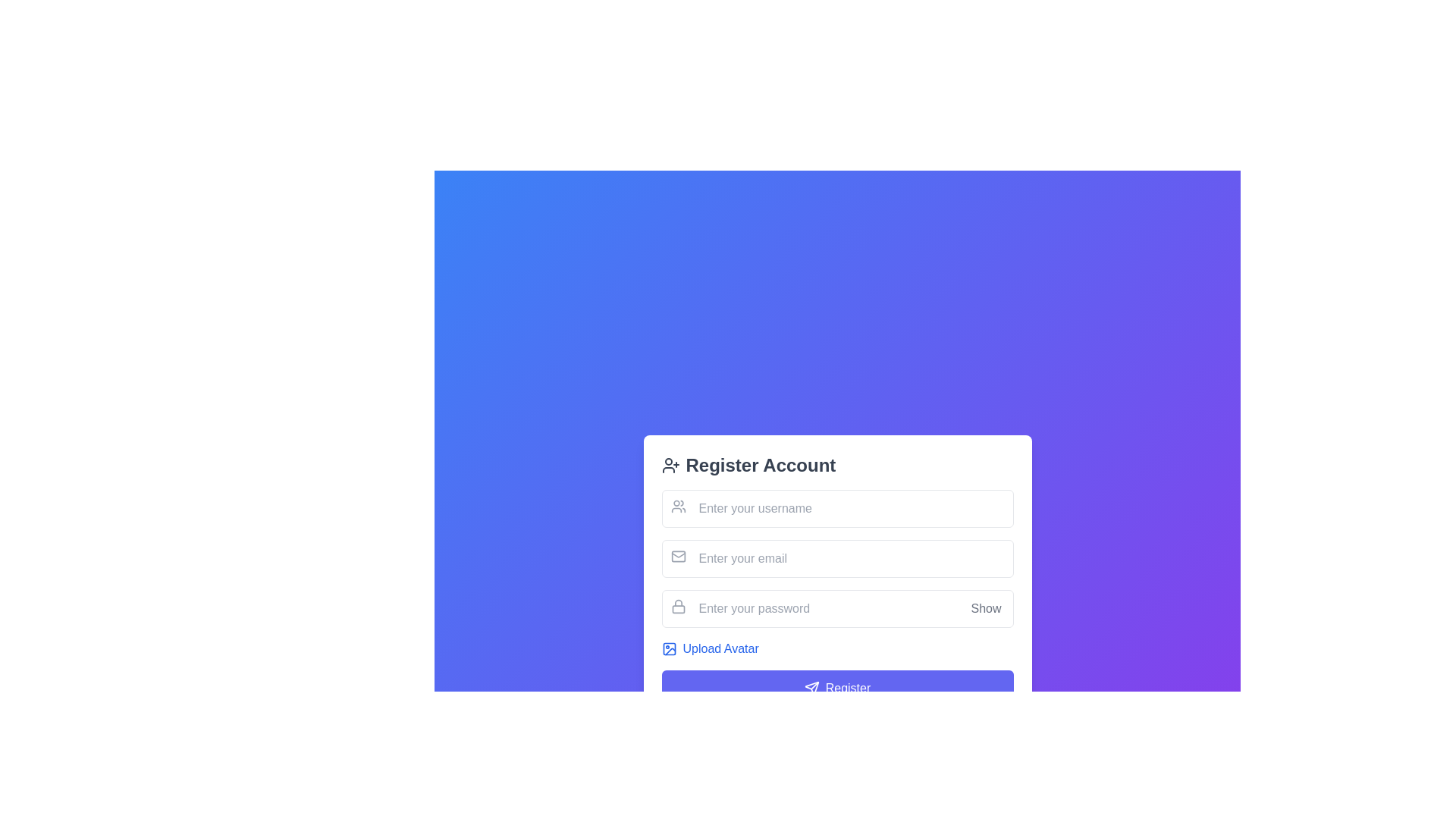 The width and height of the screenshot is (1456, 819). Describe the element at coordinates (677, 556) in the screenshot. I see `the rectangular base of the email icon, located to the left of the 'Enter your email' input field in the form layout` at that location.